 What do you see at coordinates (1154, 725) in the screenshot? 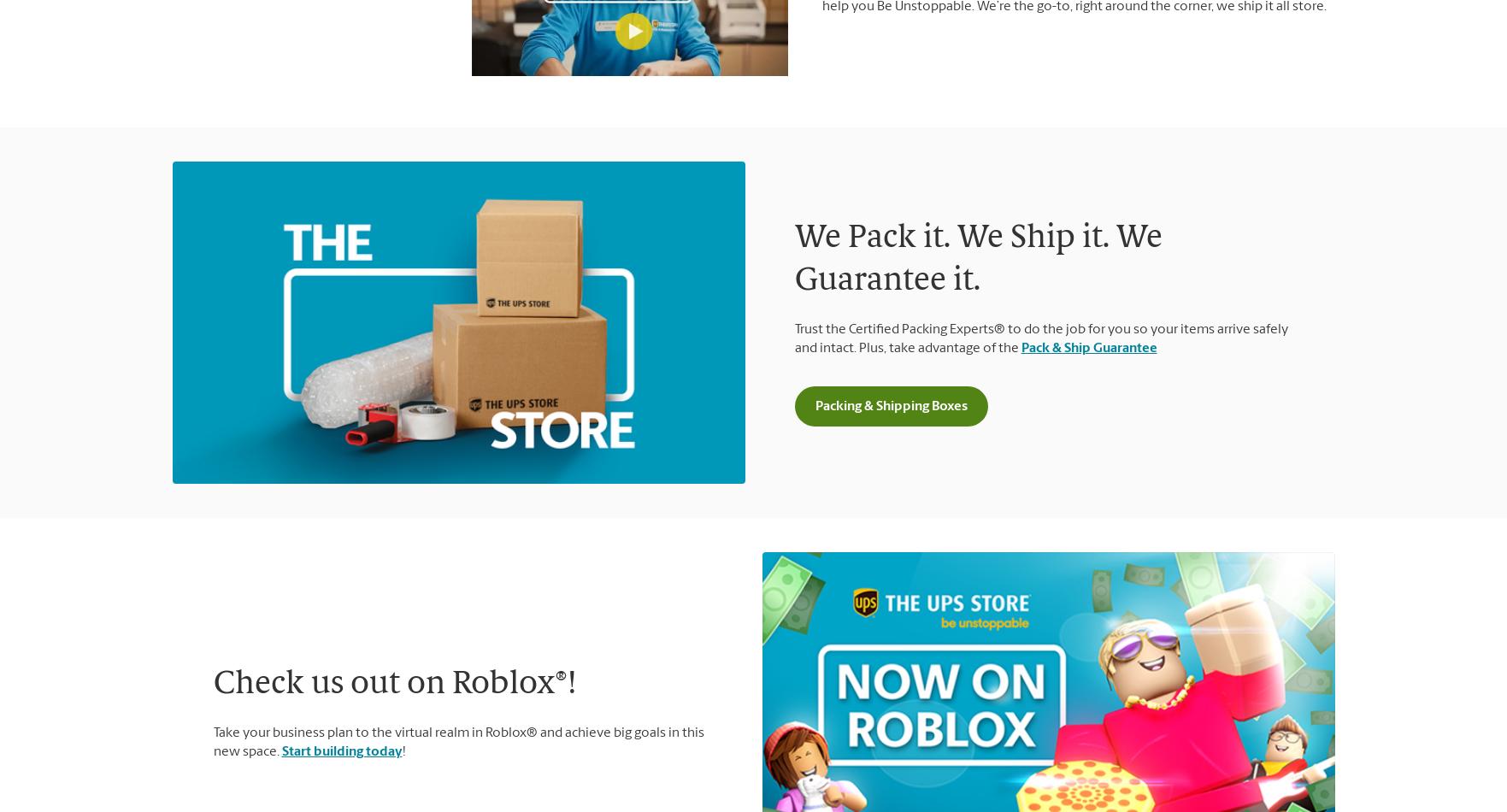
I see `'House Accounts'` at bounding box center [1154, 725].